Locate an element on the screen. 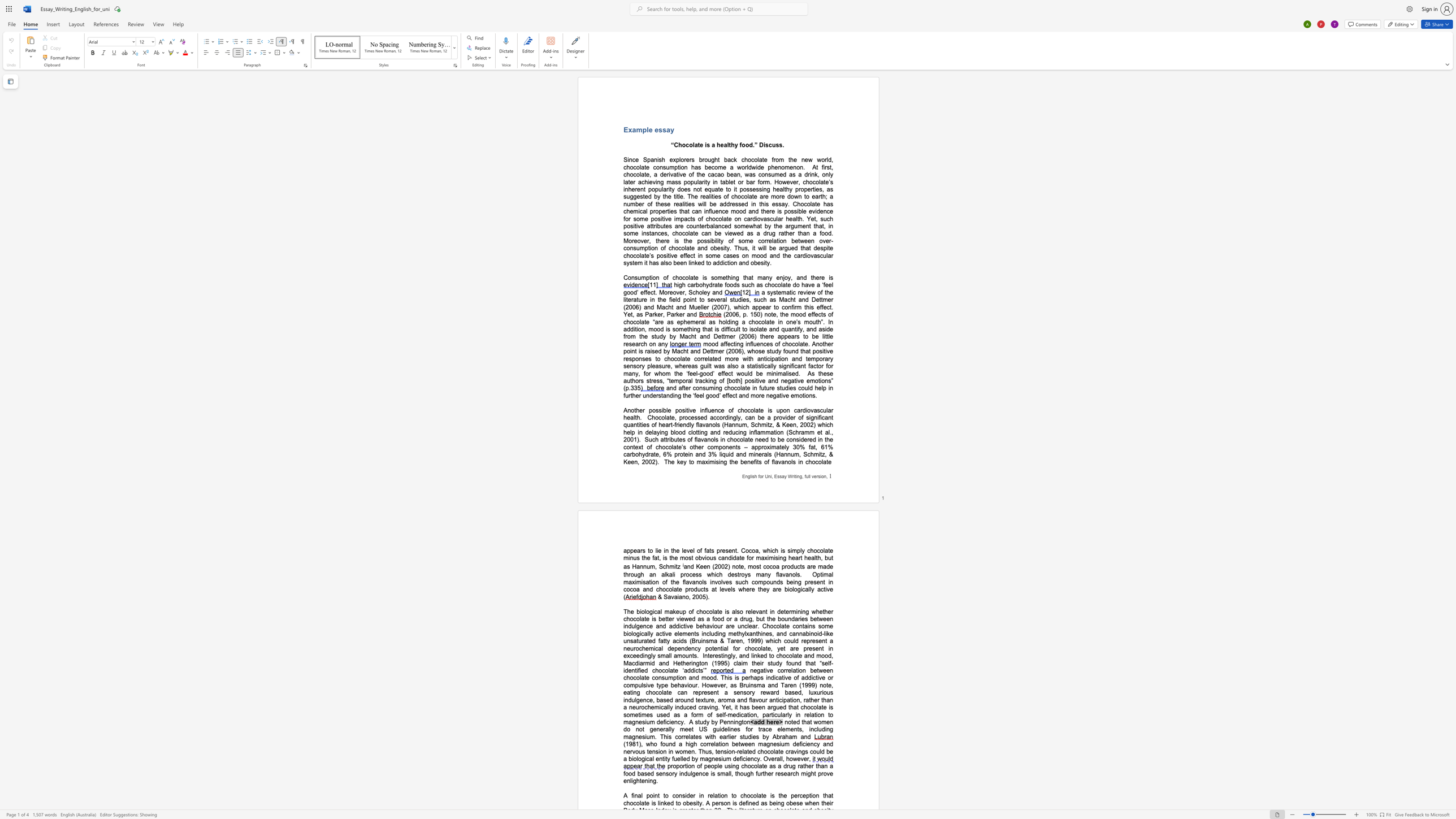 The image size is (1456, 819). the space between the continuous character "o" and "y" in the text is located at coordinates (787, 277).